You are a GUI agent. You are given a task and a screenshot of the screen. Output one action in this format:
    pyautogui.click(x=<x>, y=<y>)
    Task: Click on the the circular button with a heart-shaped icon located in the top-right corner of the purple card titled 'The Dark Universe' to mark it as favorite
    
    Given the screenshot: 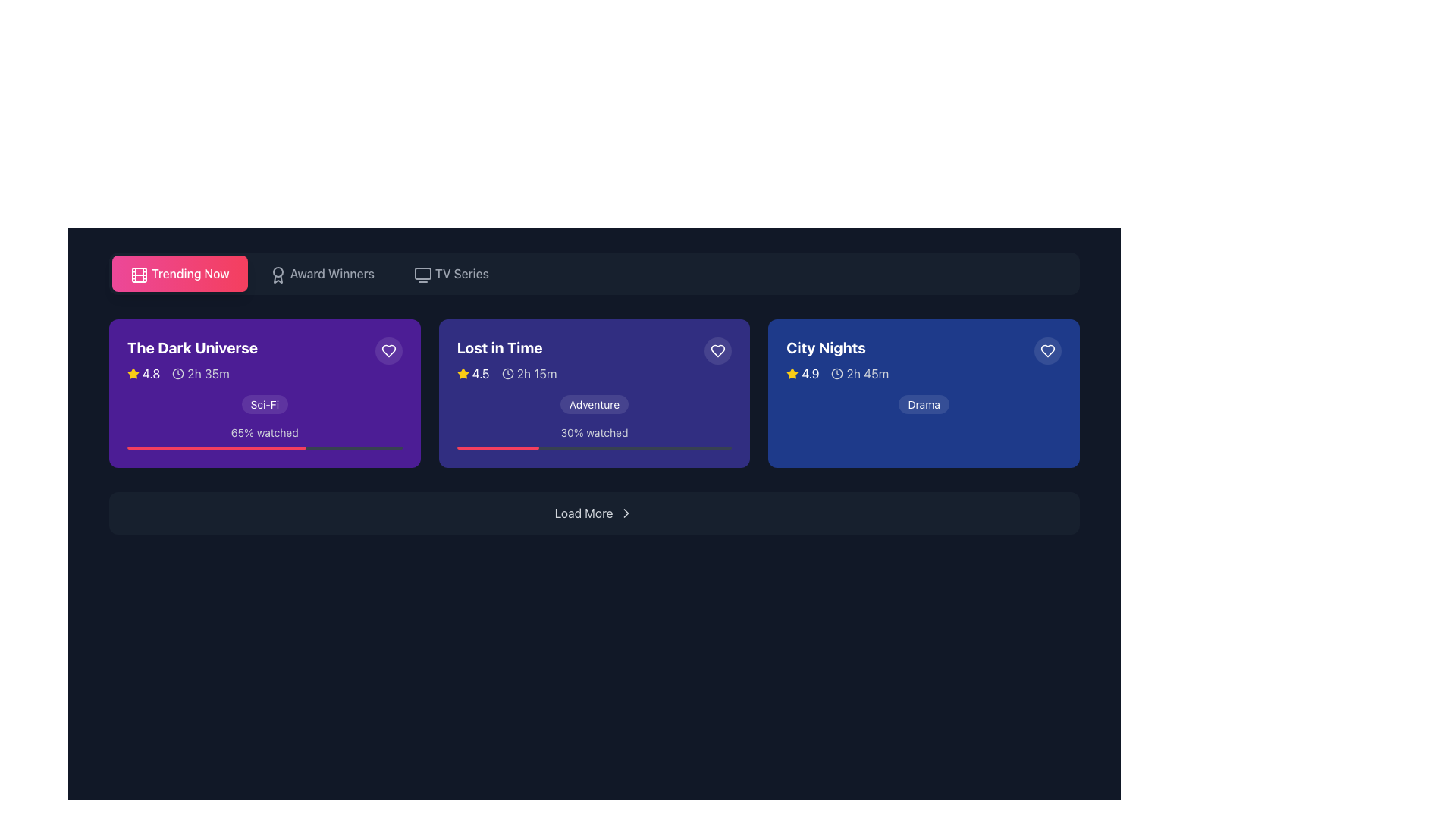 What is the action you would take?
    pyautogui.click(x=388, y=350)
    